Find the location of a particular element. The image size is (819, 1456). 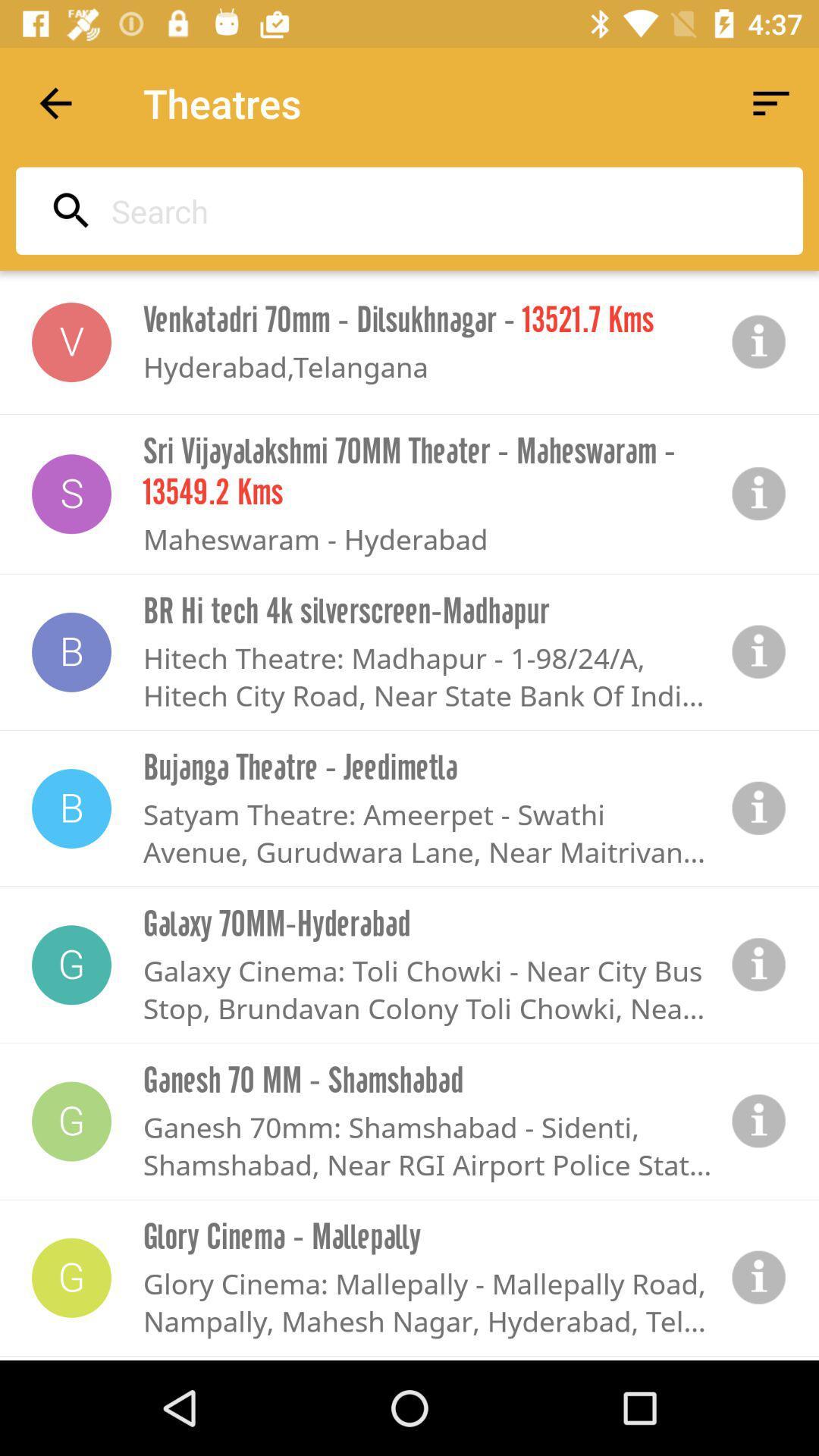

search term is located at coordinates (404, 210).